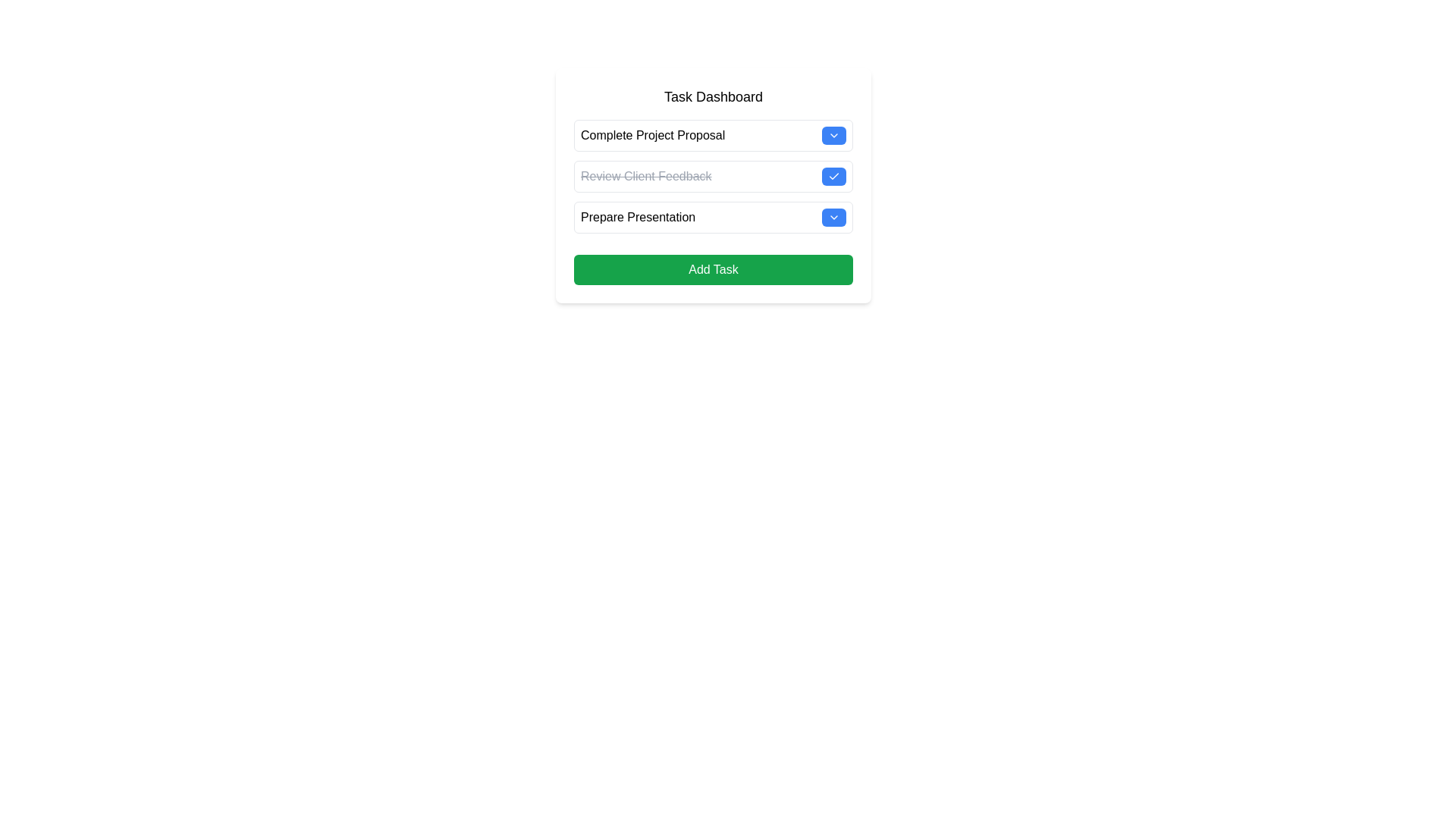 Image resolution: width=1456 pixels, height=819 pixels. Describe the element at coordinates (712, 175) in the screenshot. I see `the completed task item labeled 'Review Client Feedback' which has a checkmark button on the right` at that location.